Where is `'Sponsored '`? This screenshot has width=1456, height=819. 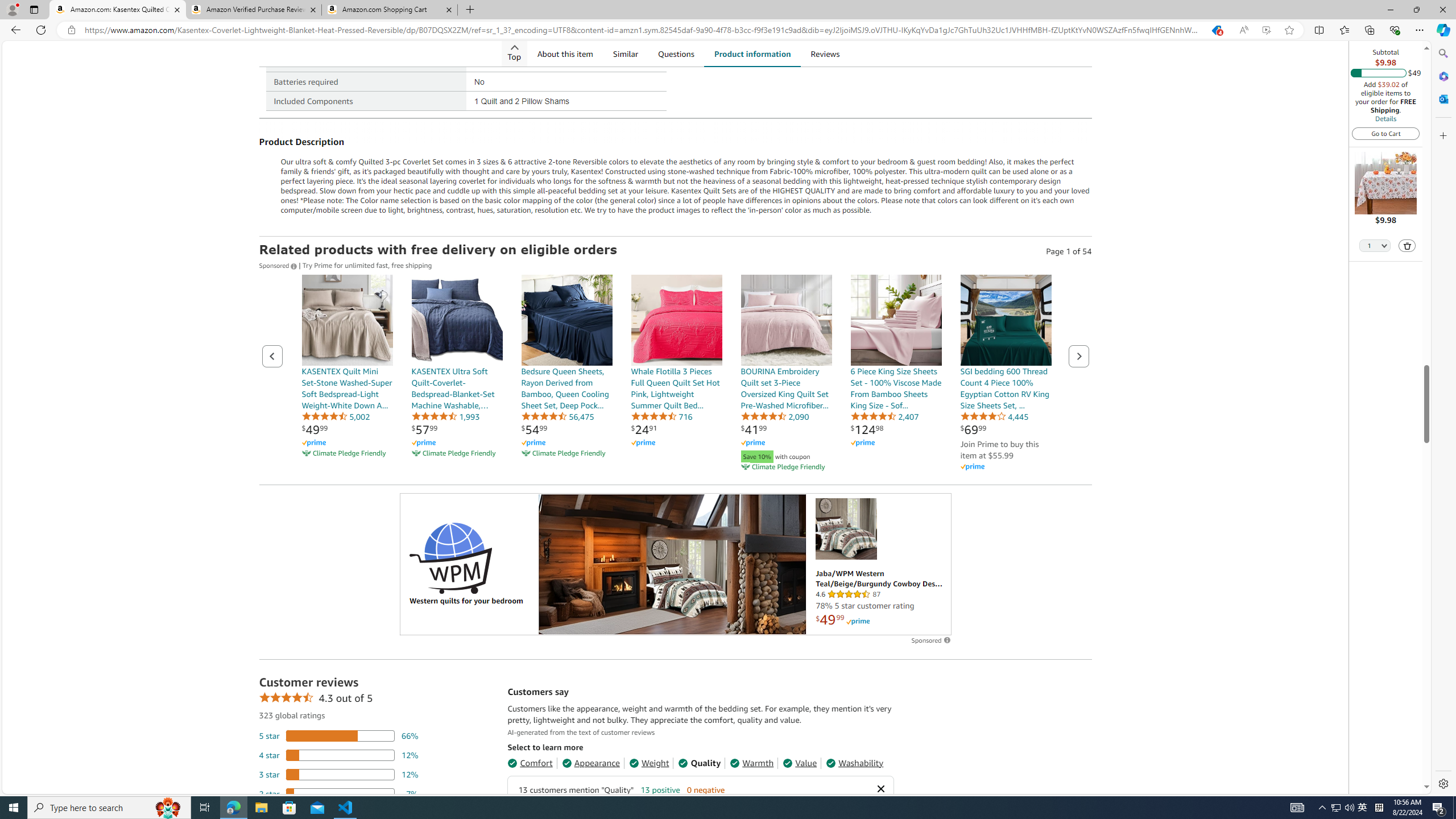 'Sponsored ' is located at coordinates (278, 264).